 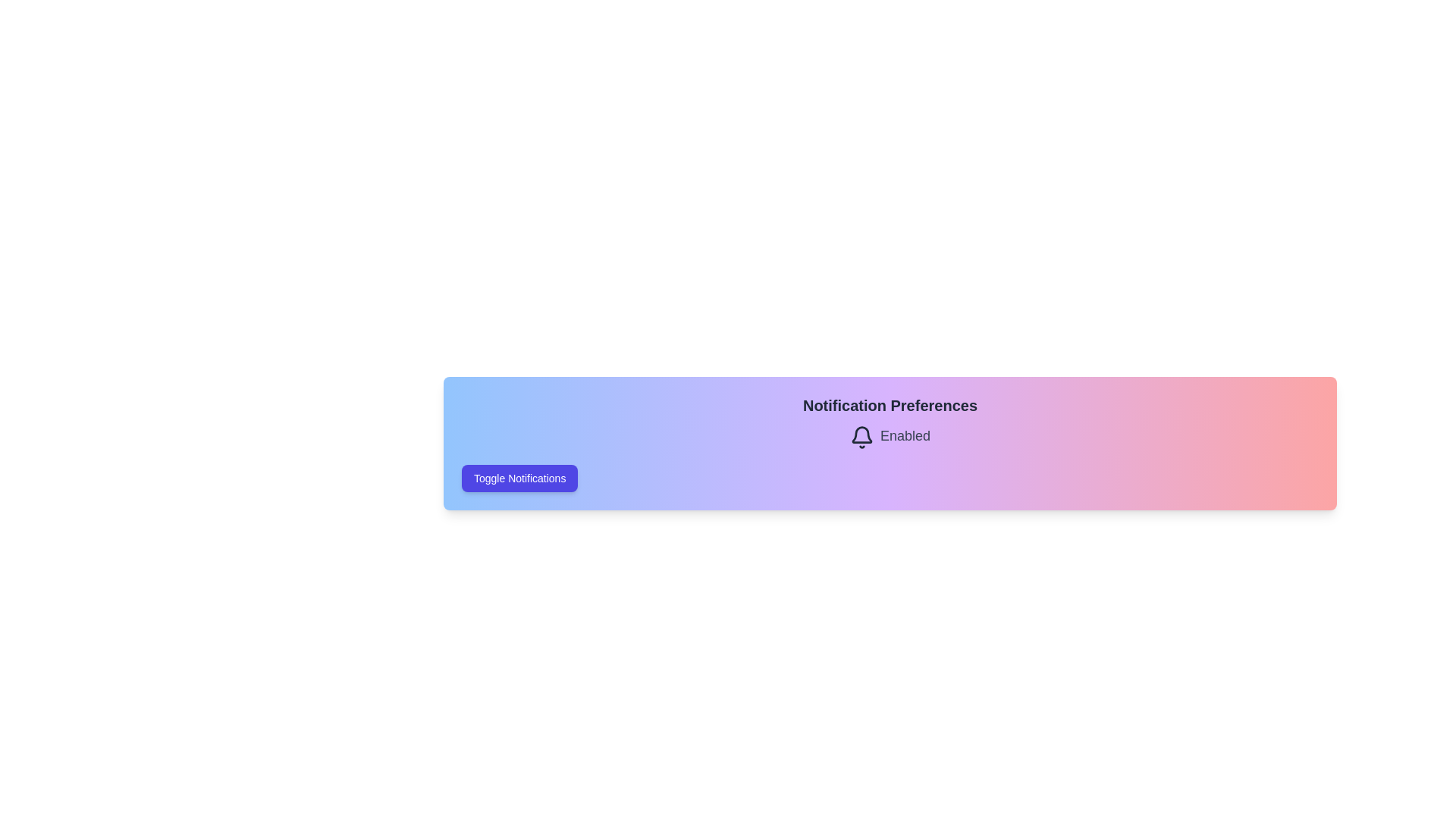 What do you see at coordinates (890, 438) in the screenshot?
I see `the 'Enabled' label with the bell icon, which is located beneath the 'Notification Preferences' heading and above the 'Toggle Notifications' button` at bounding box center [890, 438].